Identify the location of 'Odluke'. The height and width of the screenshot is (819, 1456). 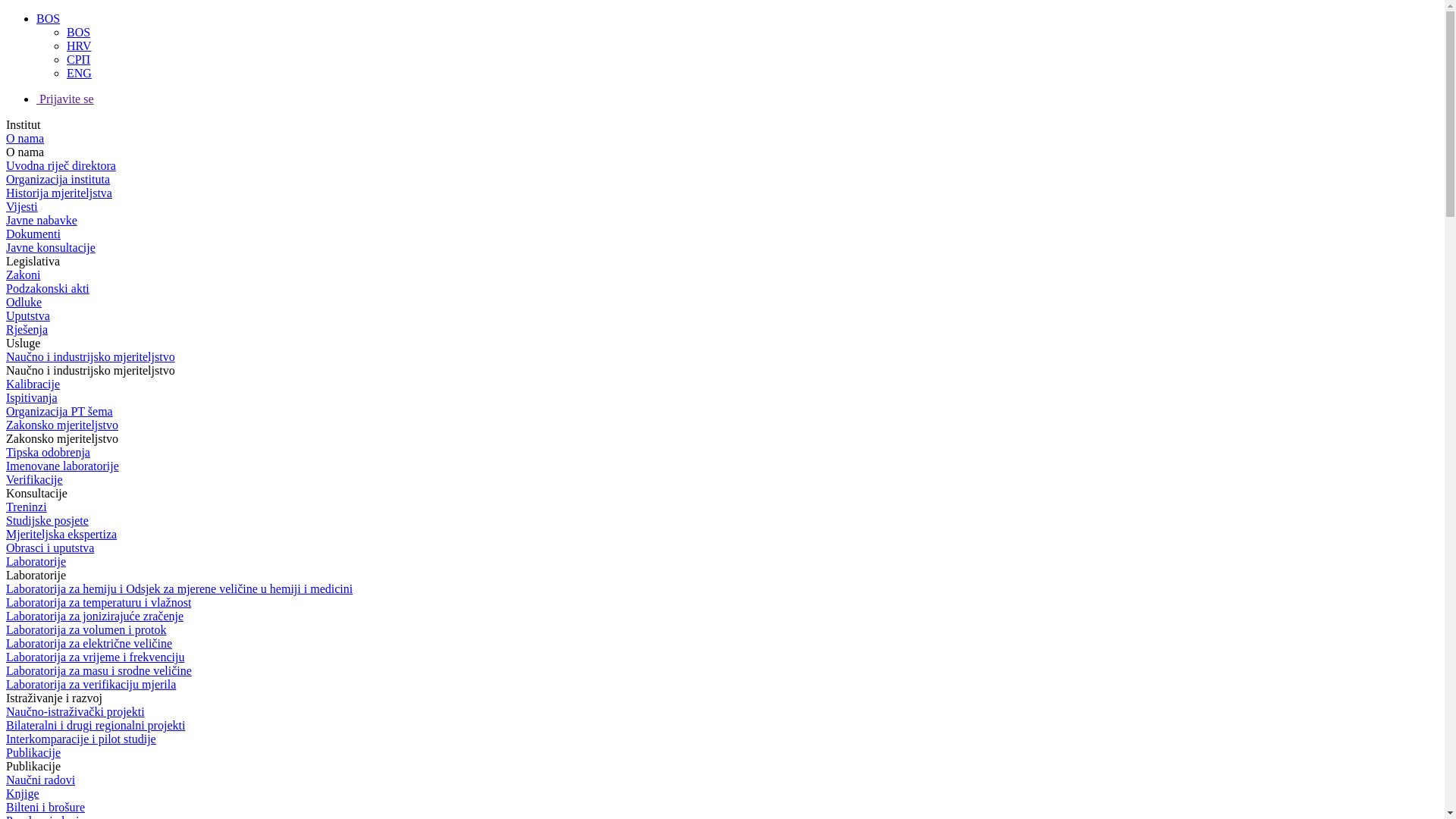
(24, 302).